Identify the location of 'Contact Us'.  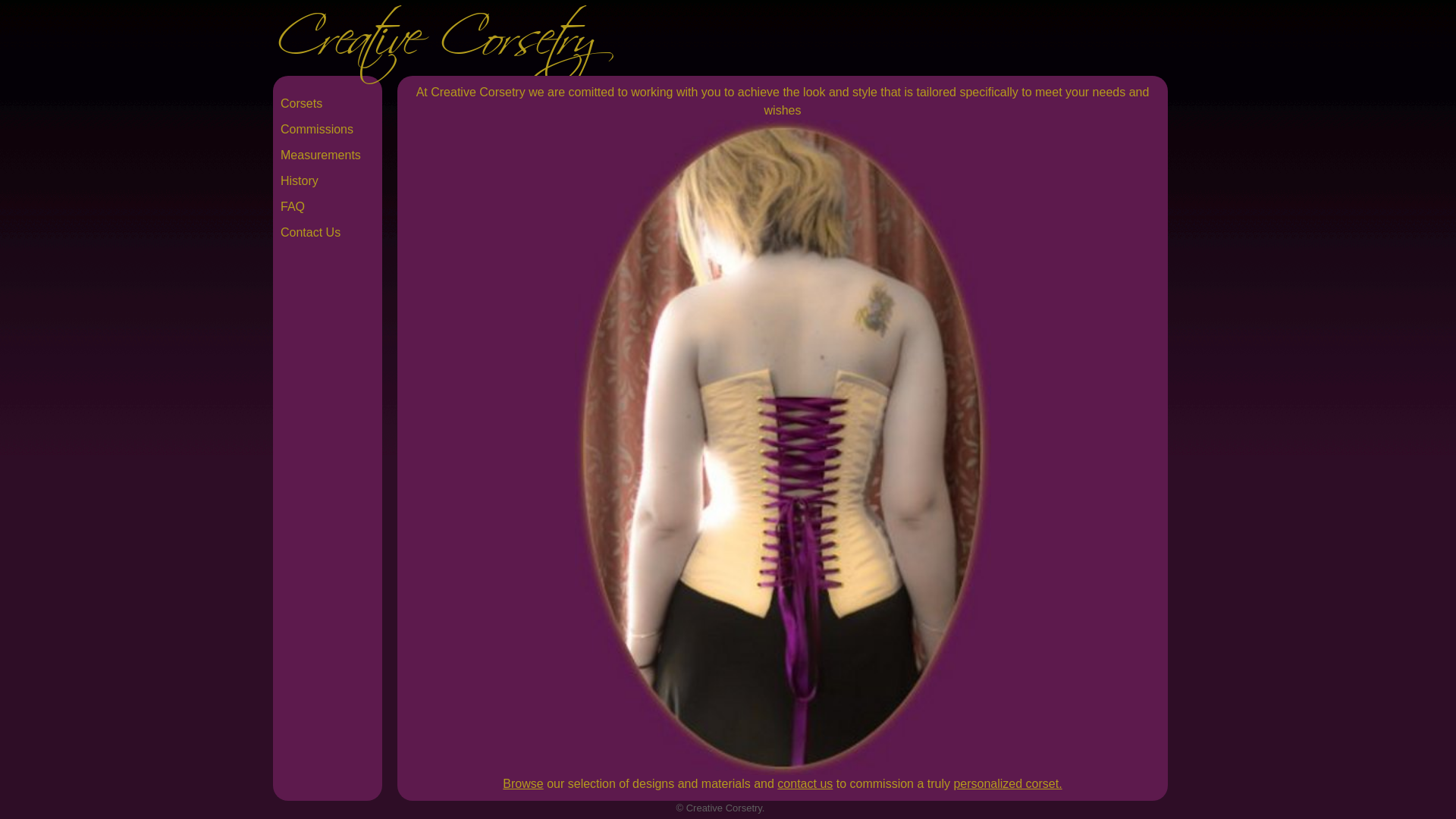
(327, 233).